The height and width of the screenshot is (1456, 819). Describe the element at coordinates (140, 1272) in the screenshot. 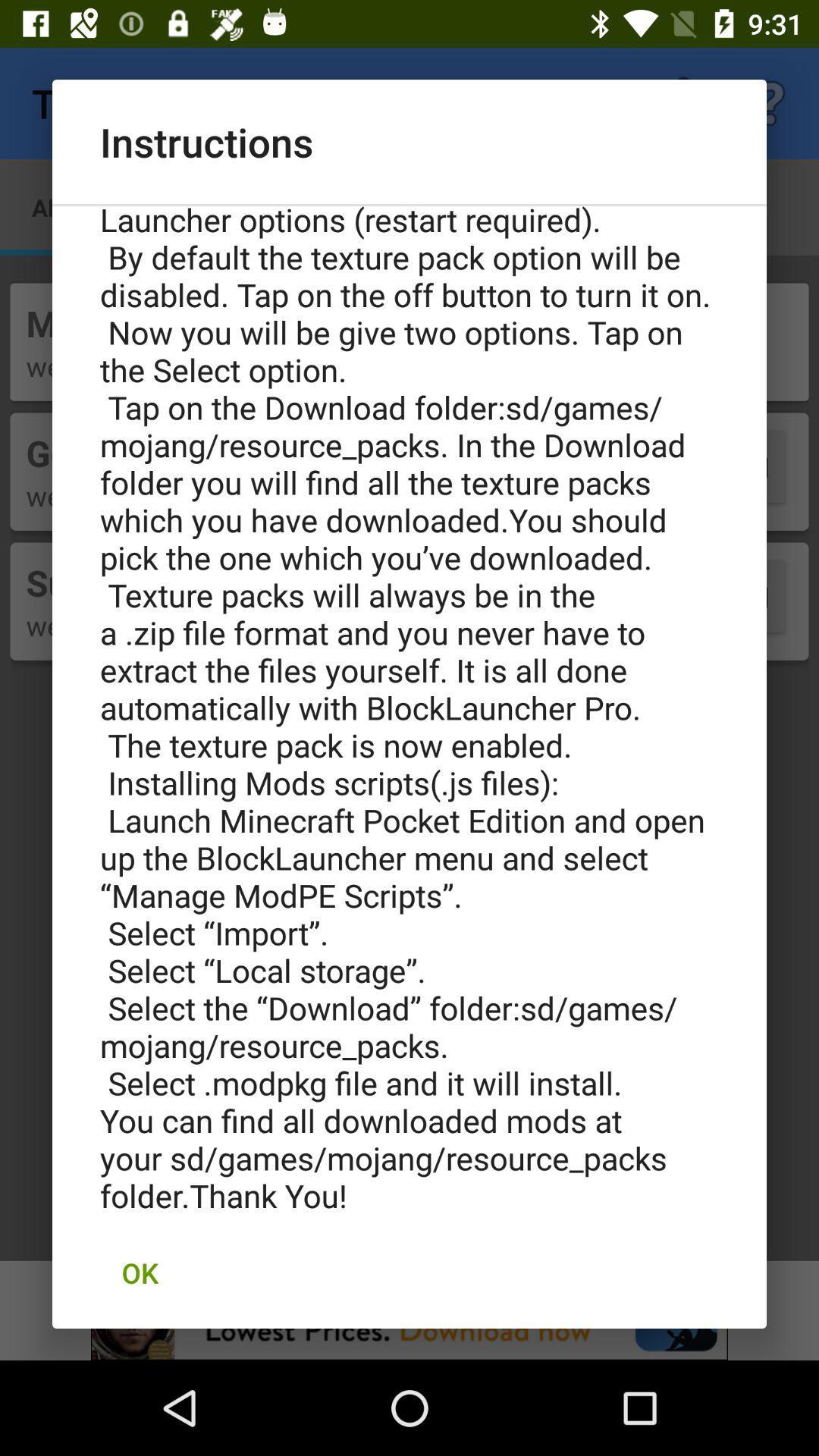

I see `ok` at that location.